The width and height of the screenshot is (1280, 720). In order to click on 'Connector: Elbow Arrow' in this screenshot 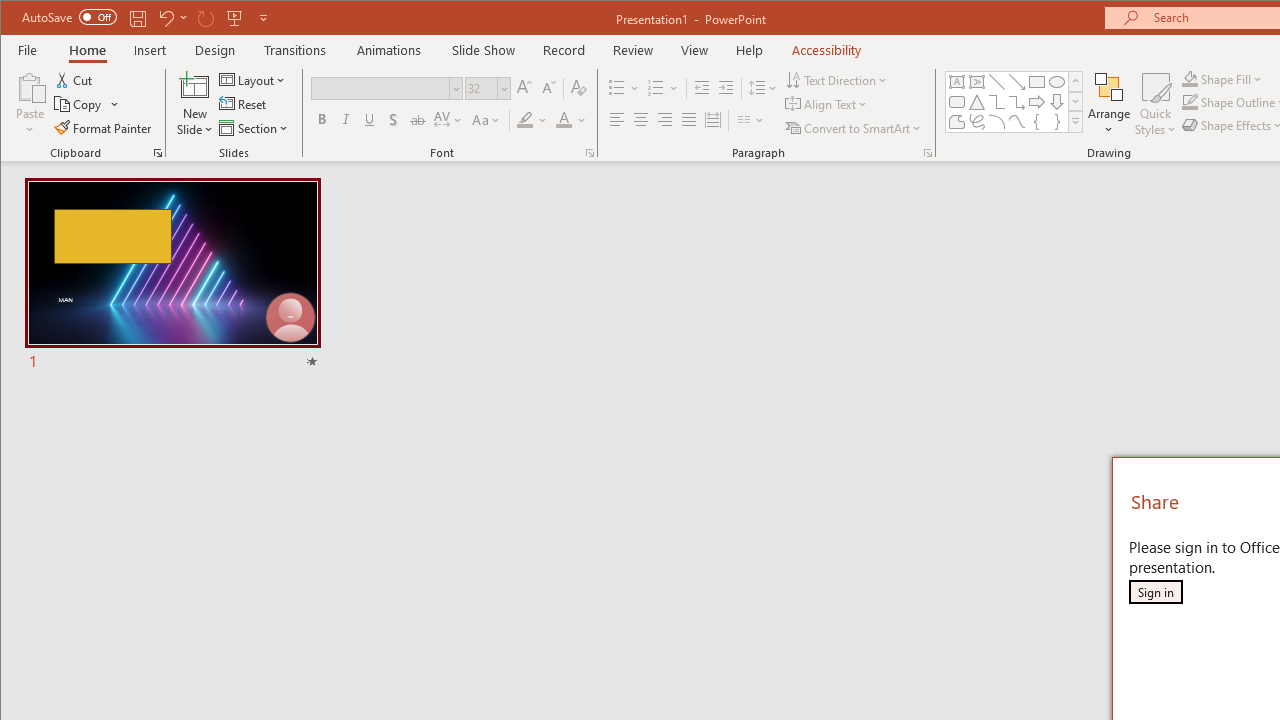, I will do `click(1016, 102)`.